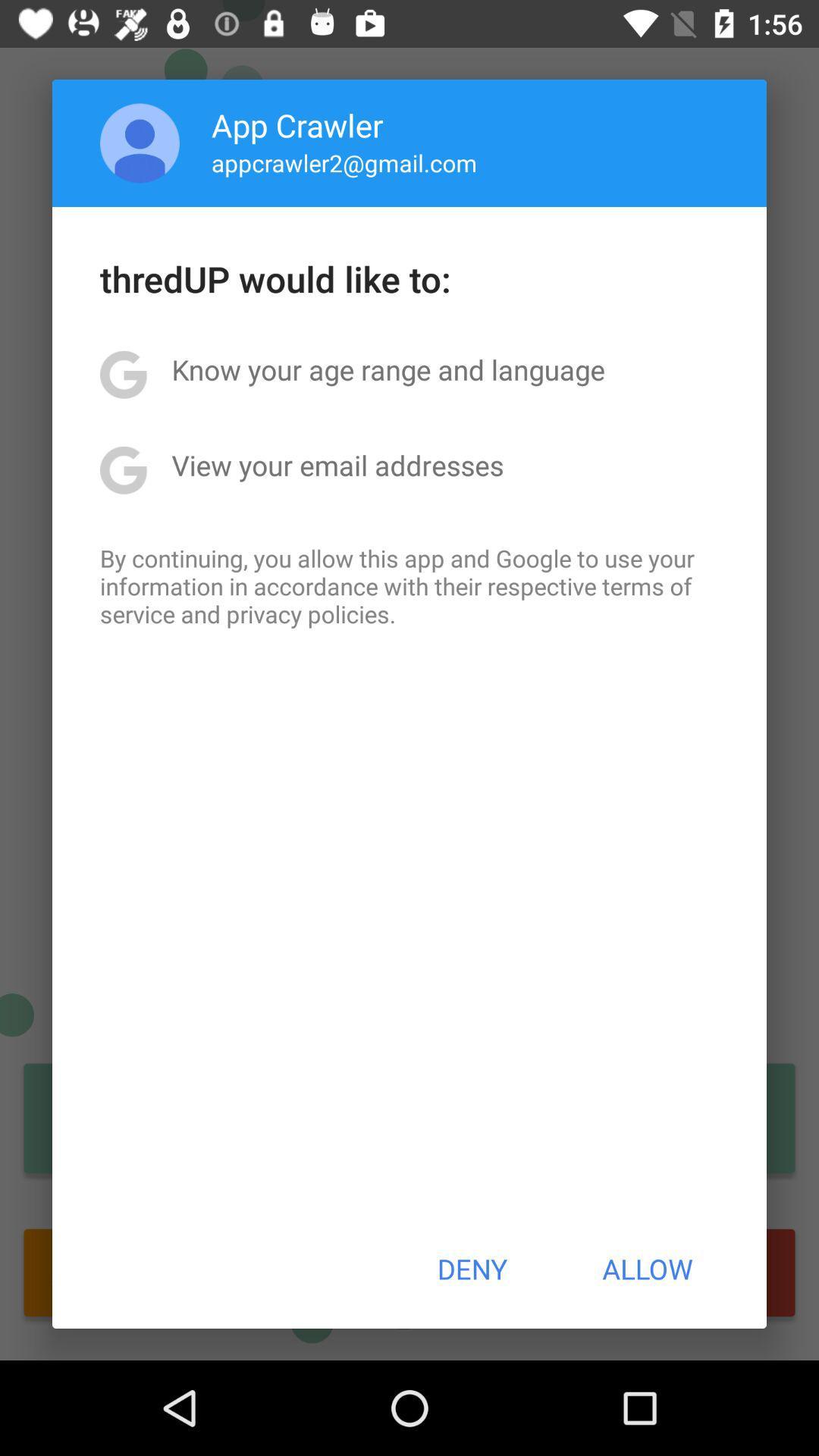 This screenshot has width=819, height=1456. I want to click on item below know your age, so click(337, 464).